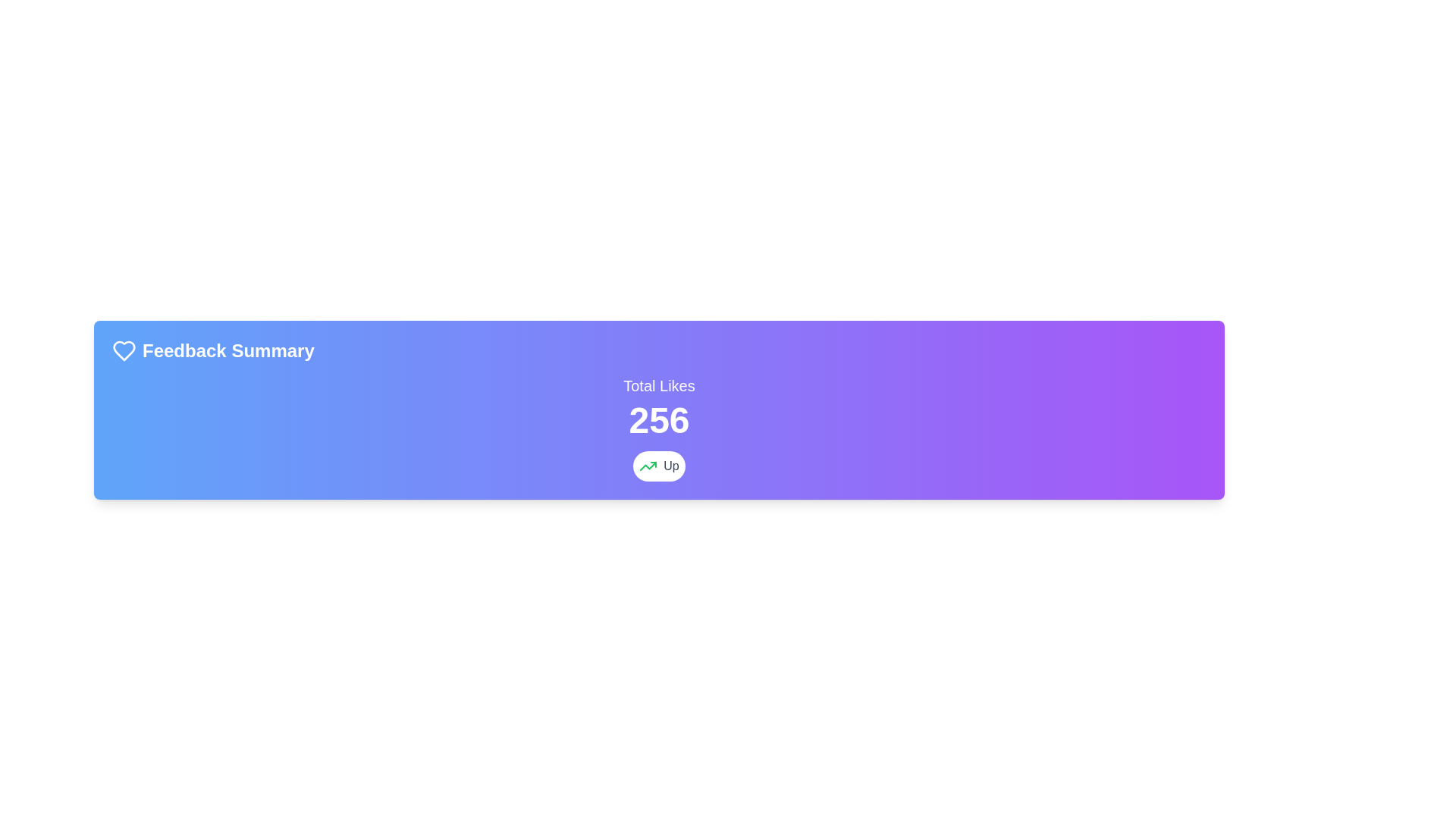 The image size is (1456, 819). I want to click on the 'Feedback Summary' text label, so click(227, 350).